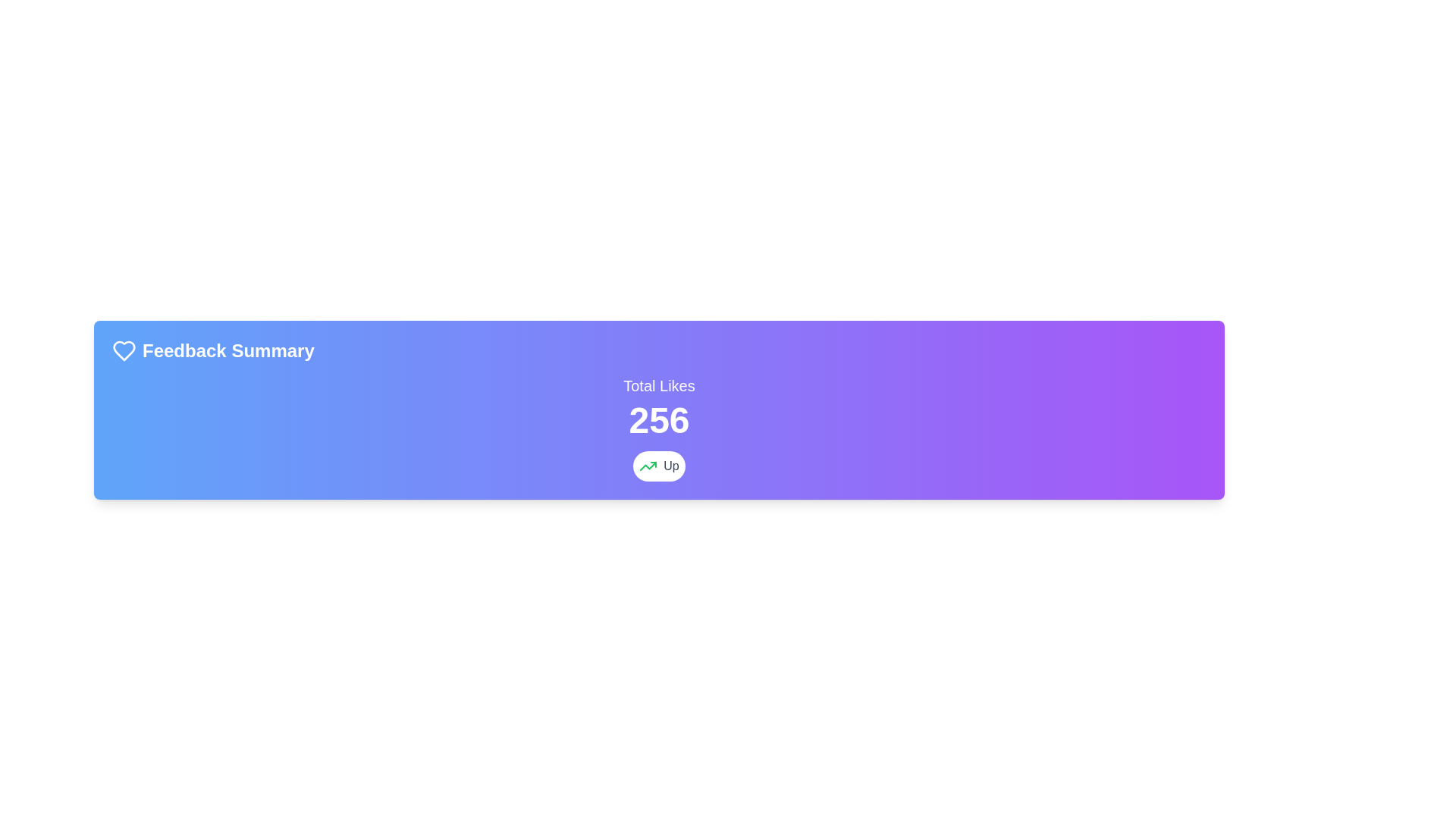 The image size is (1456, 819). I want to click on the 'Feedback Summary' text label, so click(227, 350).